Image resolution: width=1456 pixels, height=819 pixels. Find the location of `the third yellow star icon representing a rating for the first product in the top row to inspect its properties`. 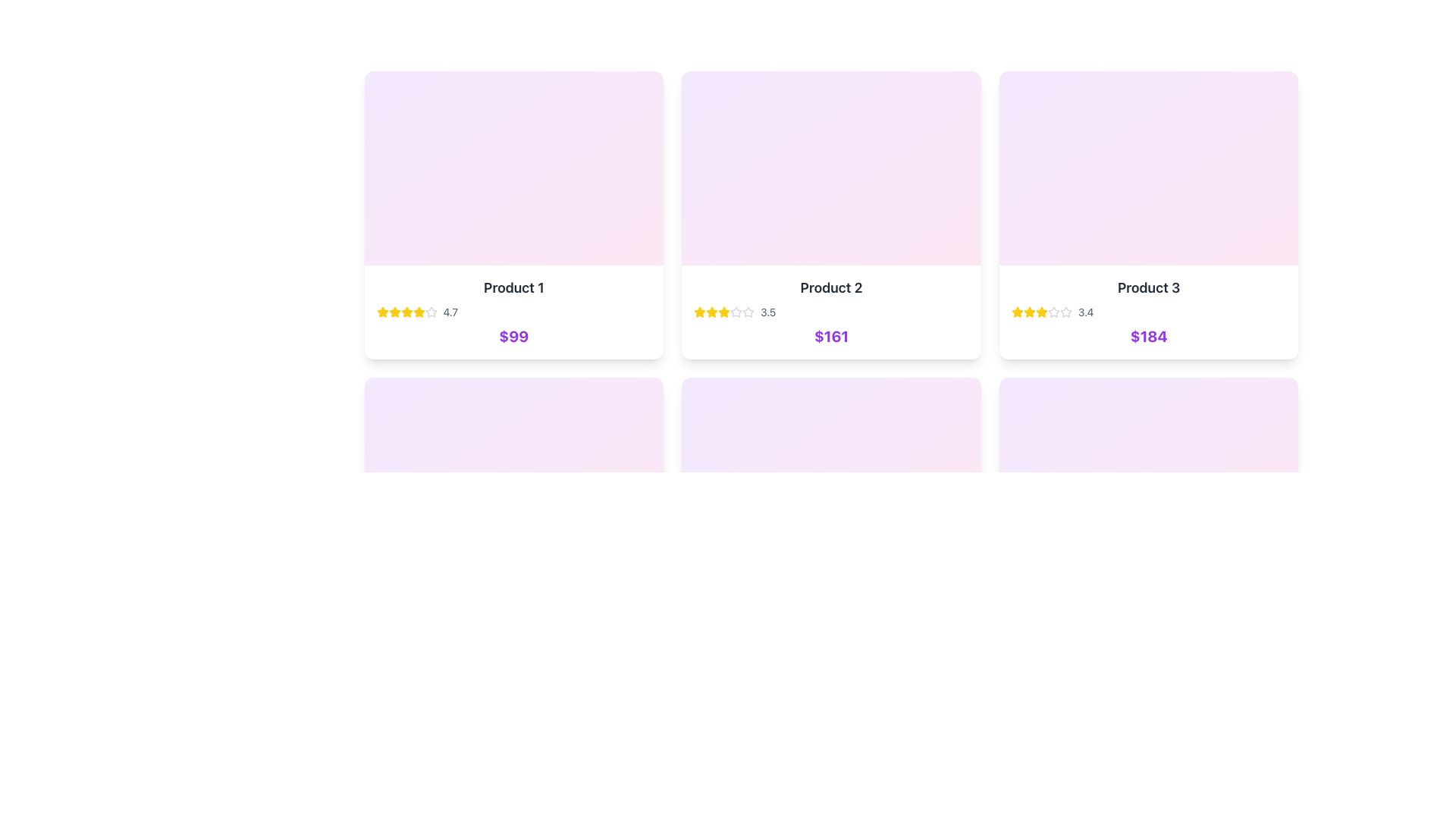

the third yellow star icon representing a rating for the first product in the top row to inspect its properties is located at coordinates (419, 311).